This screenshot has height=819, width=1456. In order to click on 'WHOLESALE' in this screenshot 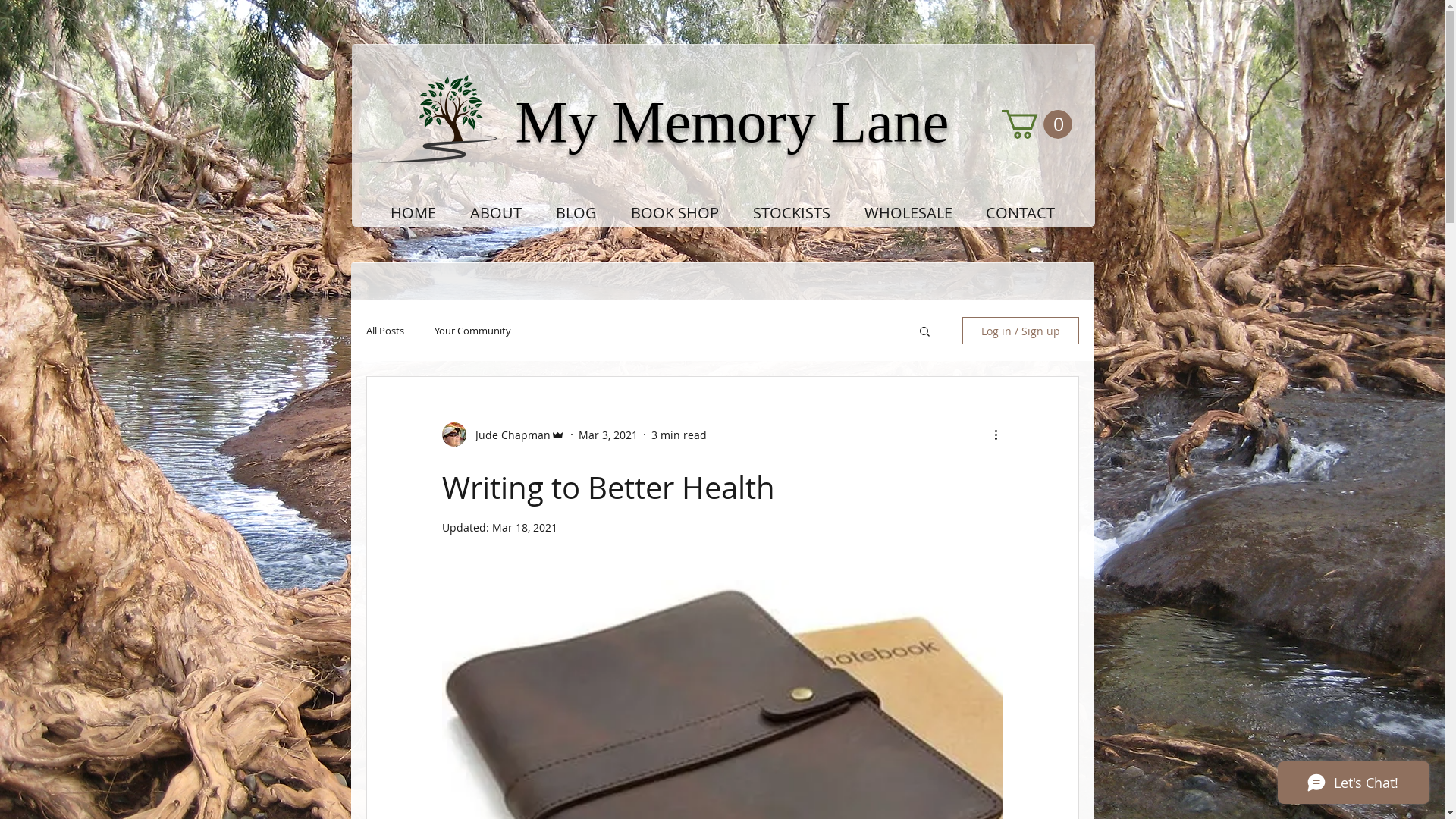, I will do `click(908, 213)`.